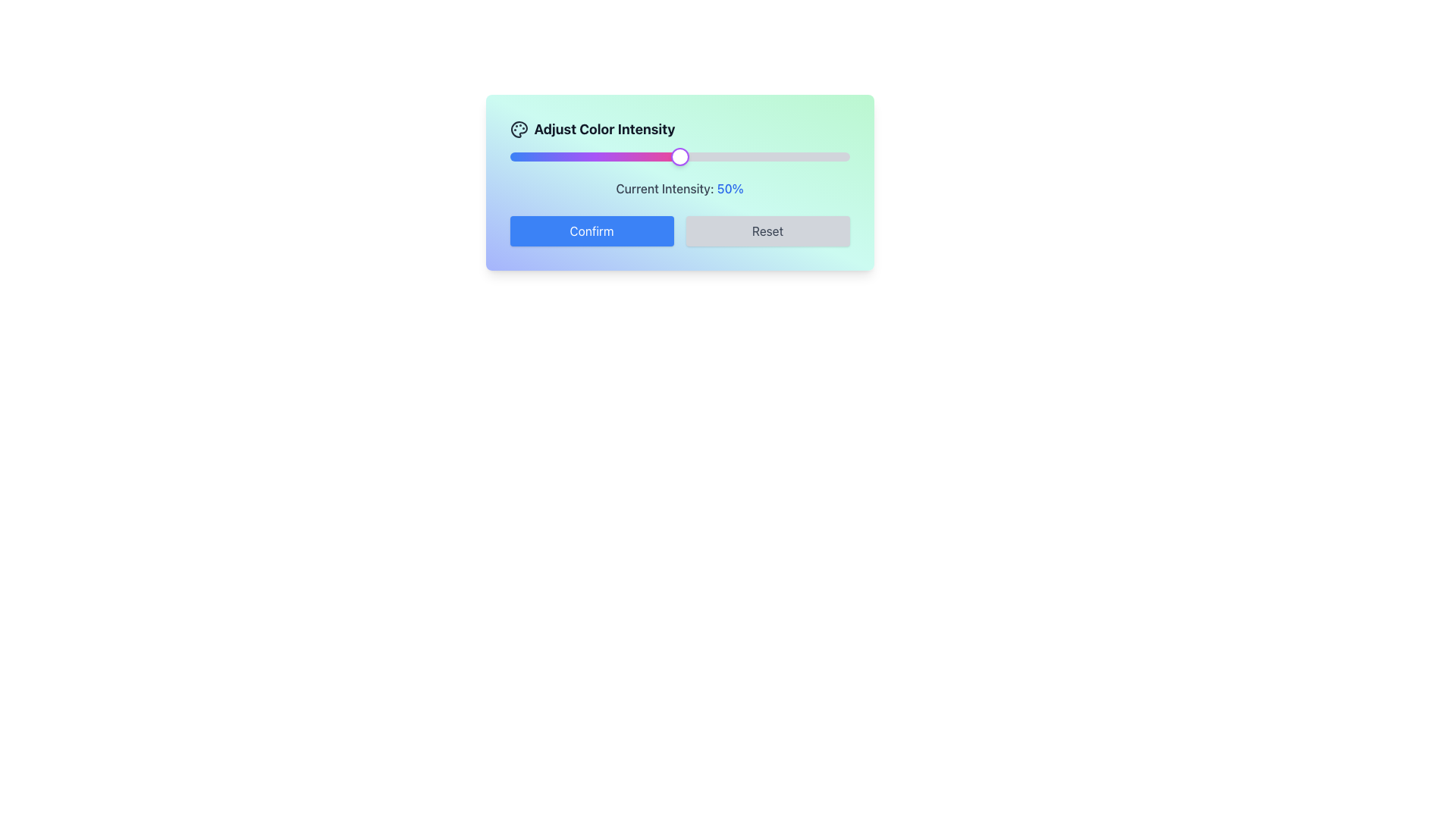 This screenshot has width=1456, height=819. Describe the element at coordinates (767, 231) in the screenshot. I see `the 'Reset' button, which is a rectangular button with rounded corners and a light gray background, located to the right of the 'Confirm' button` at that location.